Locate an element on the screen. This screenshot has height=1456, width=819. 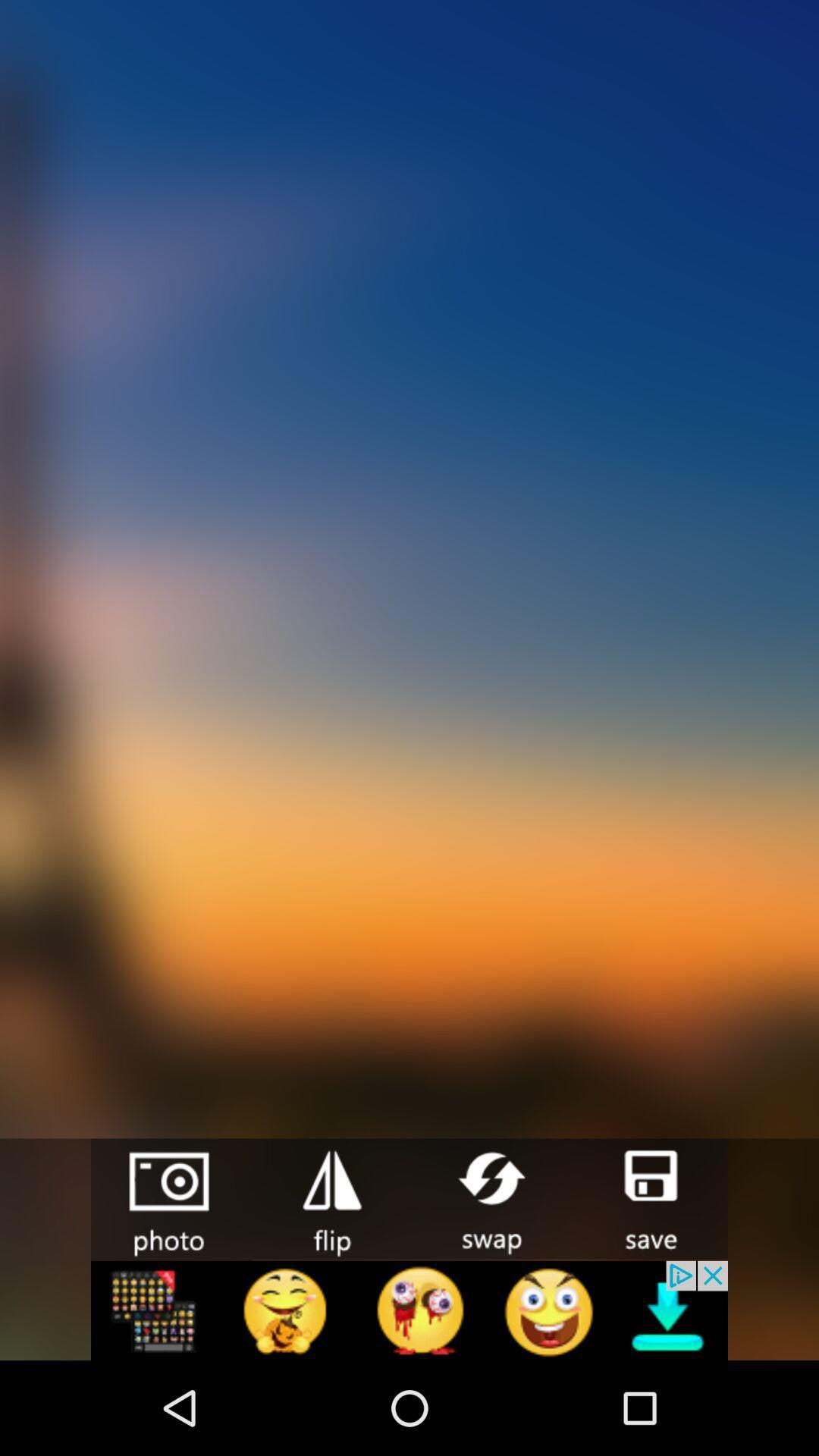
take a photo is located at coordinates (171, 1199).